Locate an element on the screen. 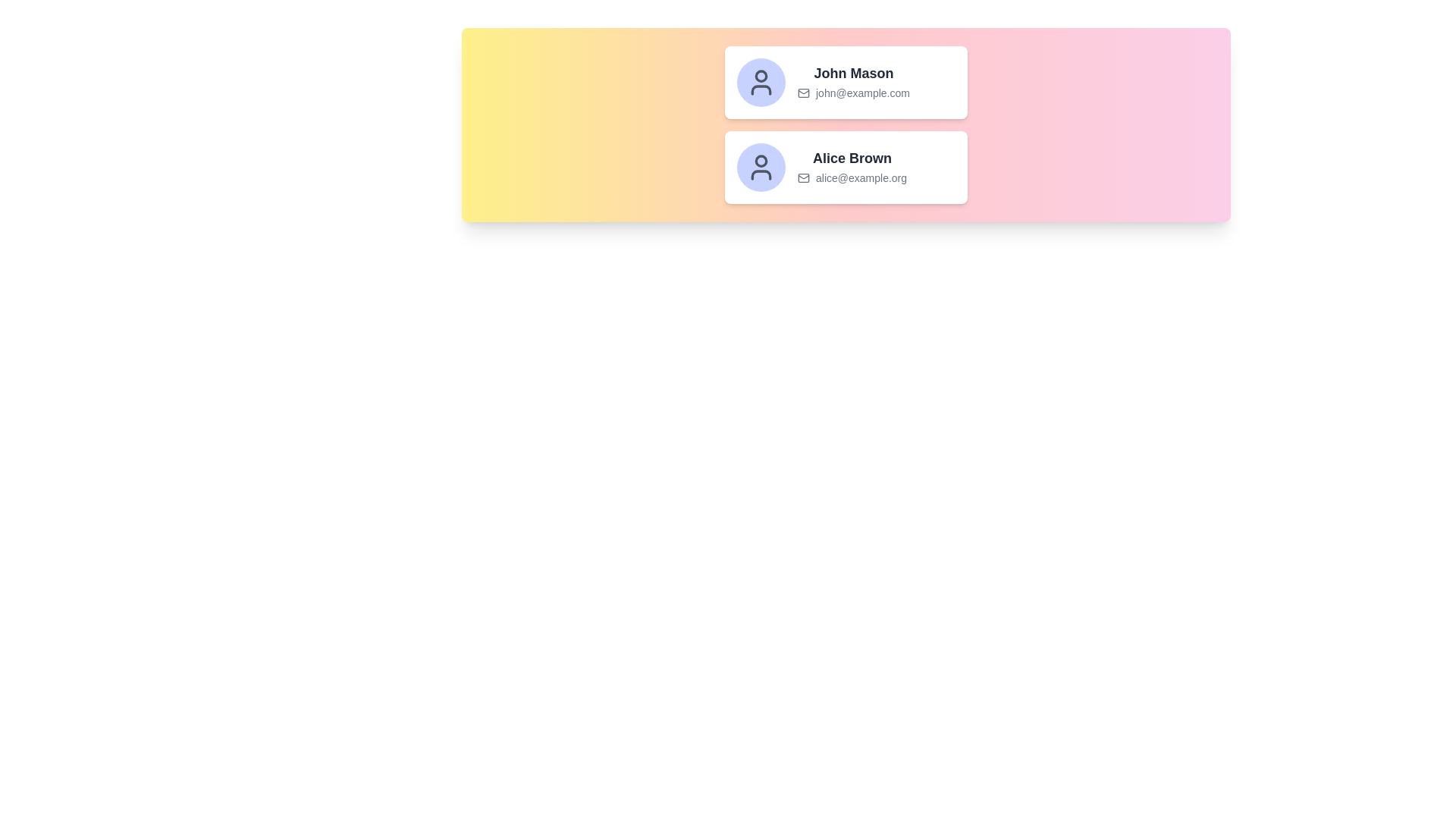 This screenshot has width=1456, height=819. the lower part of the user profile SVG icon, which resembles the shoulders of a person is located at coordinates (761, 90).